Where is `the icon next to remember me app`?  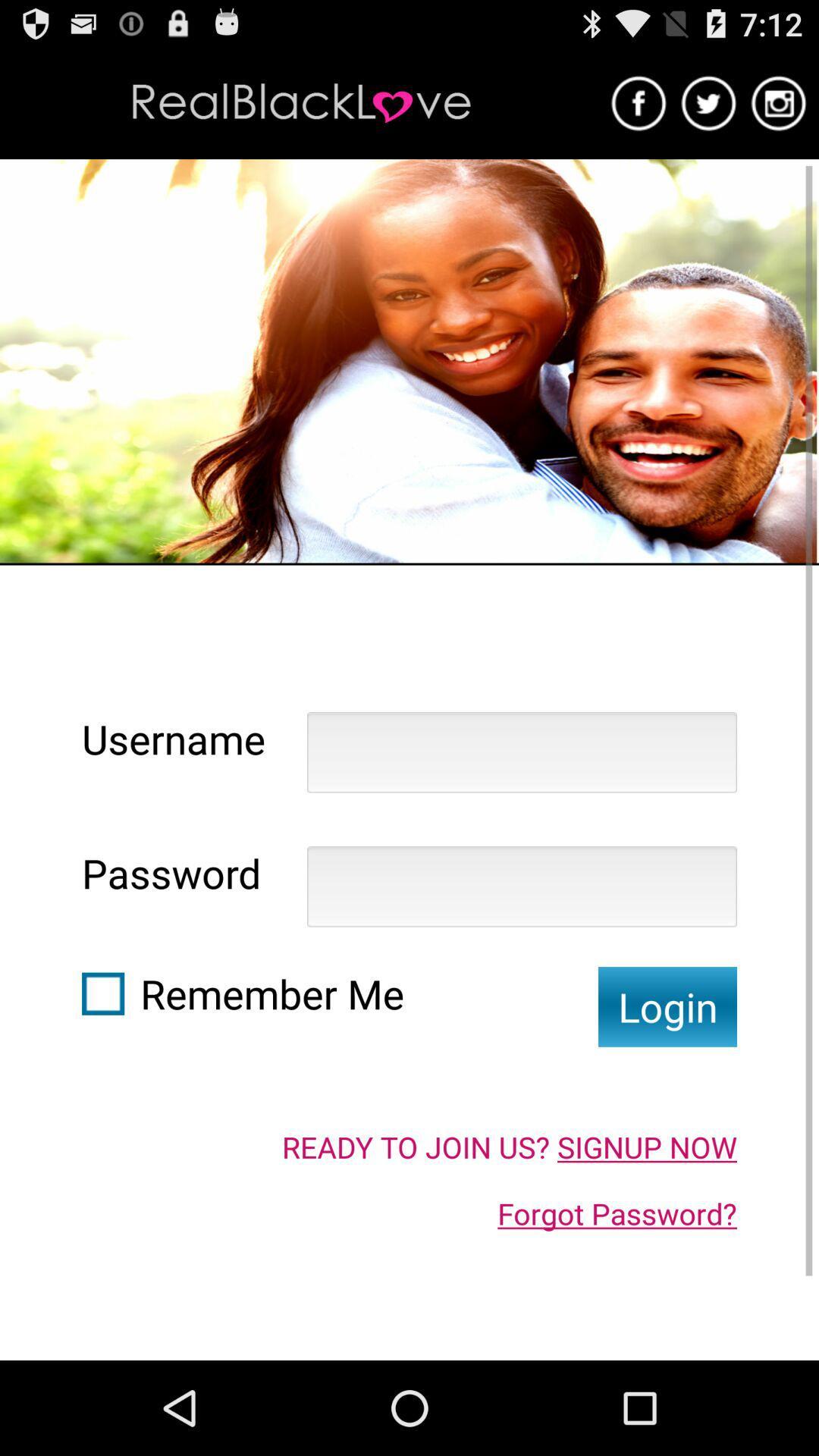 the icon next to remember me app is located at coordinates (667, 1006).